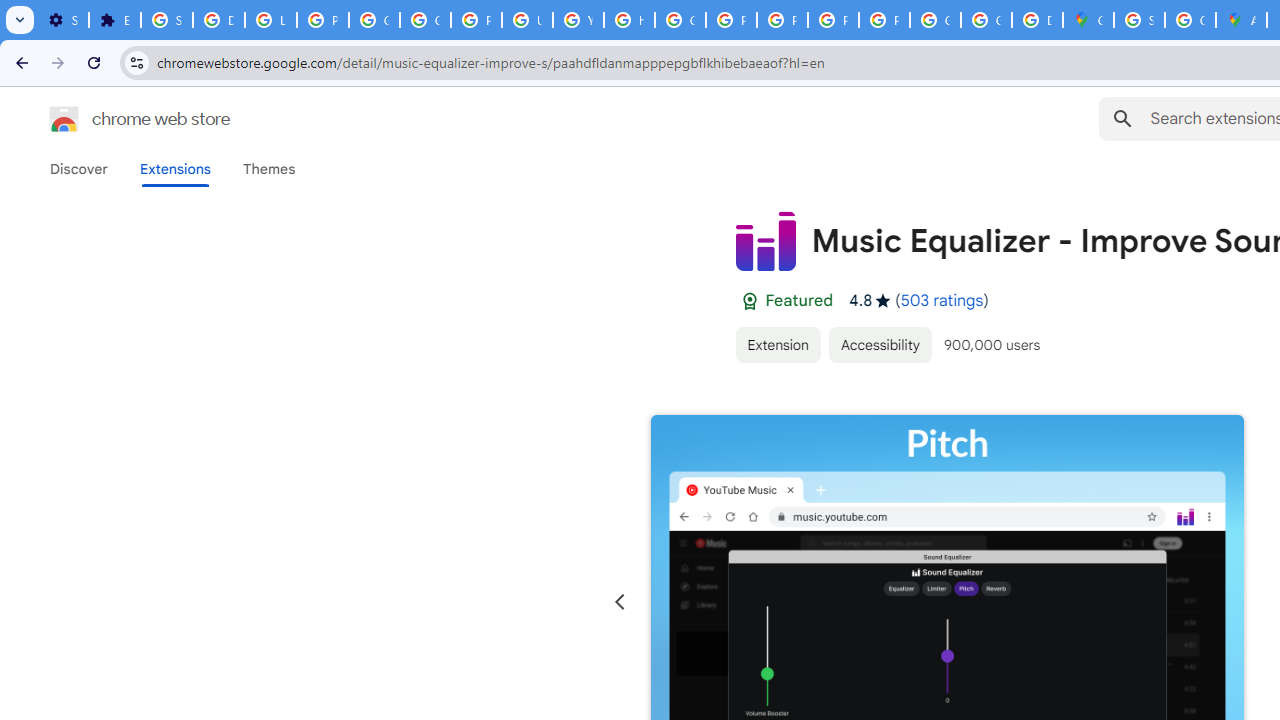 This screenshot has width=1280, height=720. I want to click on 'Accessibility', so click(880, 343).